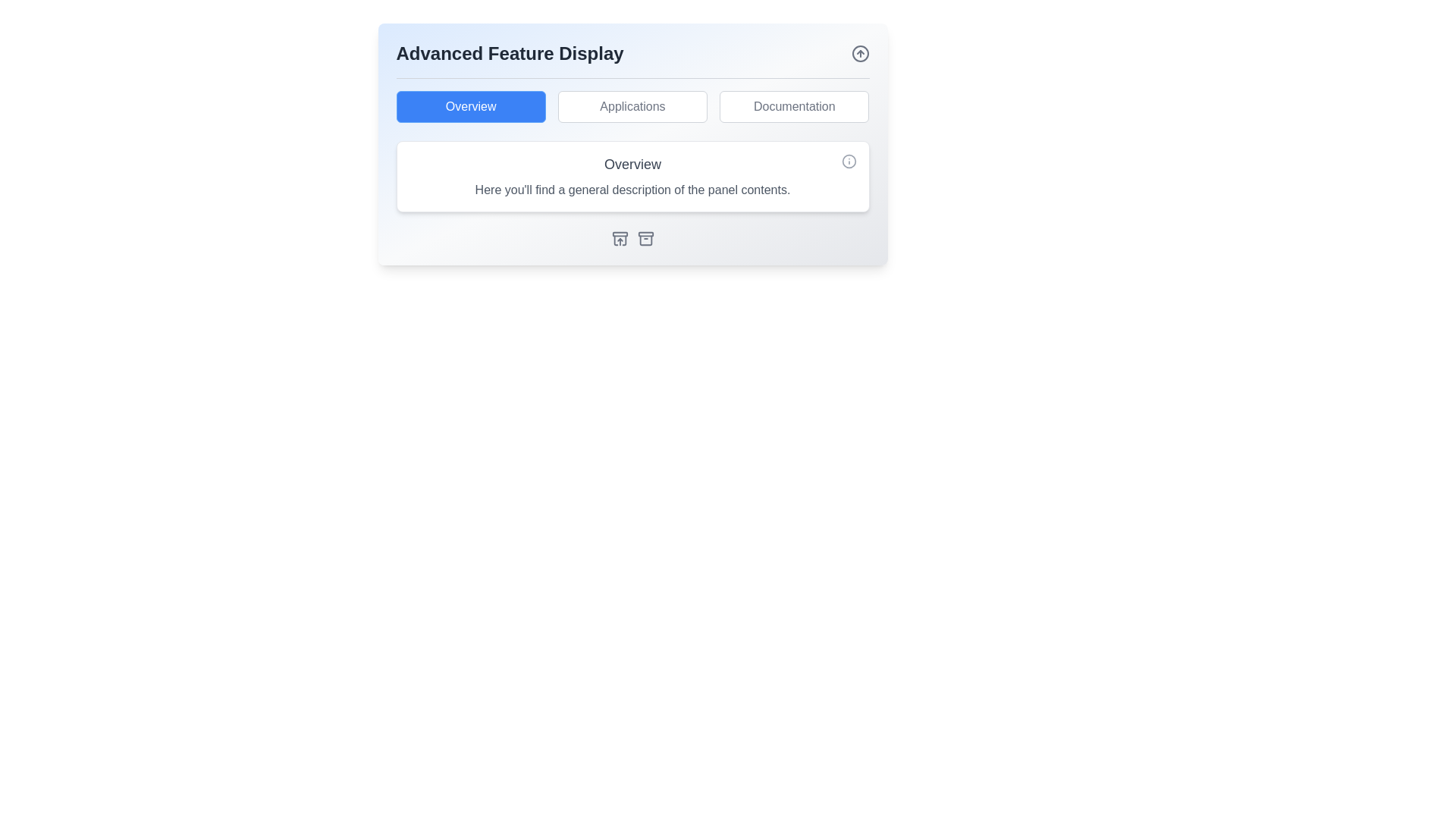 The image size is (1456, 819). Describe the element at coordinates (632, 106) in the screenshot. I see `the second button in the horizontal list of three buttons` at that location.